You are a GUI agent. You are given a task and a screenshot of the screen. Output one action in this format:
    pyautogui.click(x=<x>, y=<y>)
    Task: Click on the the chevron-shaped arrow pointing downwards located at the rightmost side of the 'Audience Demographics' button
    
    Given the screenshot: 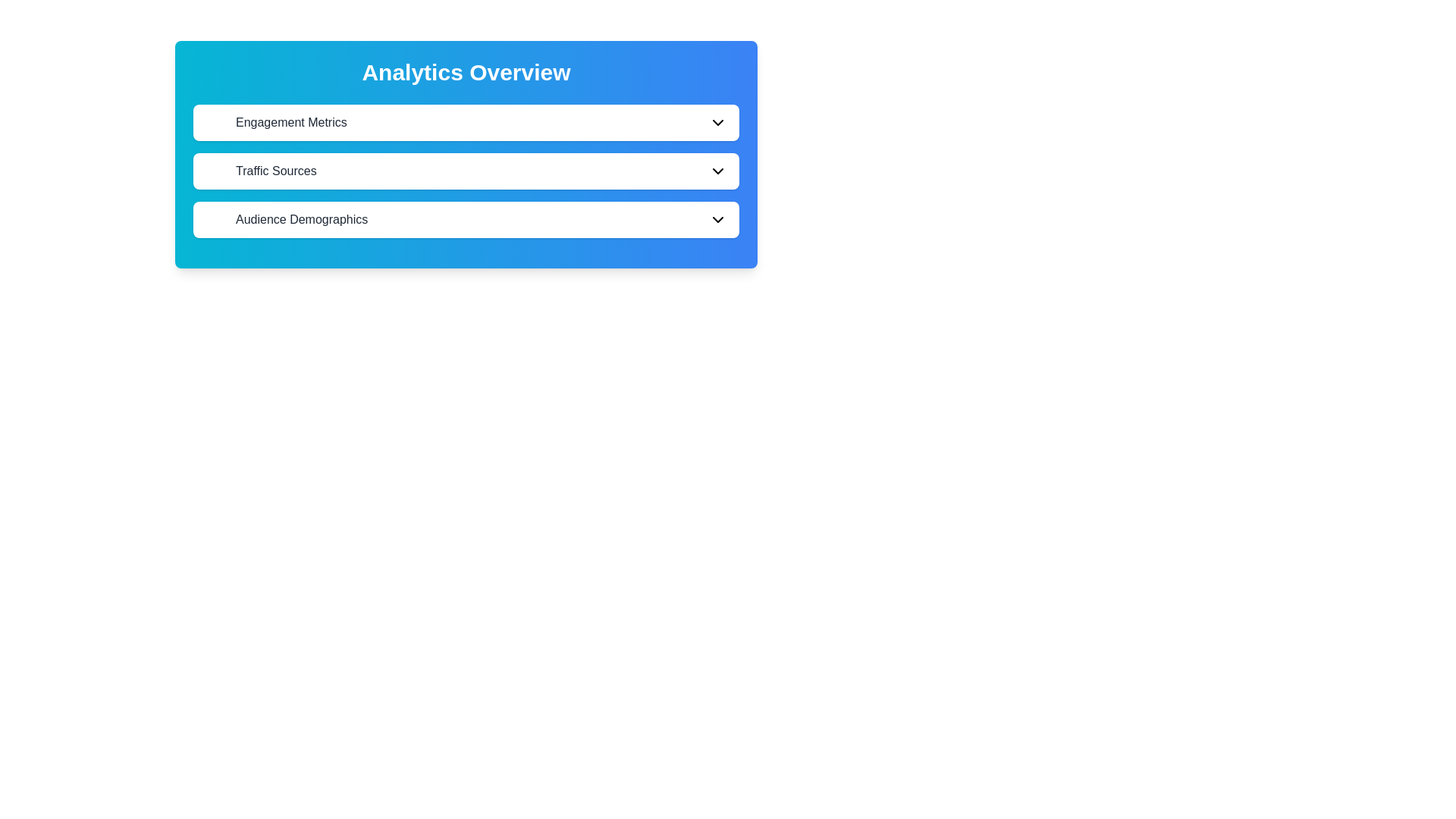 What is the action you would take?
    pyautogui.click(x=717, y=219)
    